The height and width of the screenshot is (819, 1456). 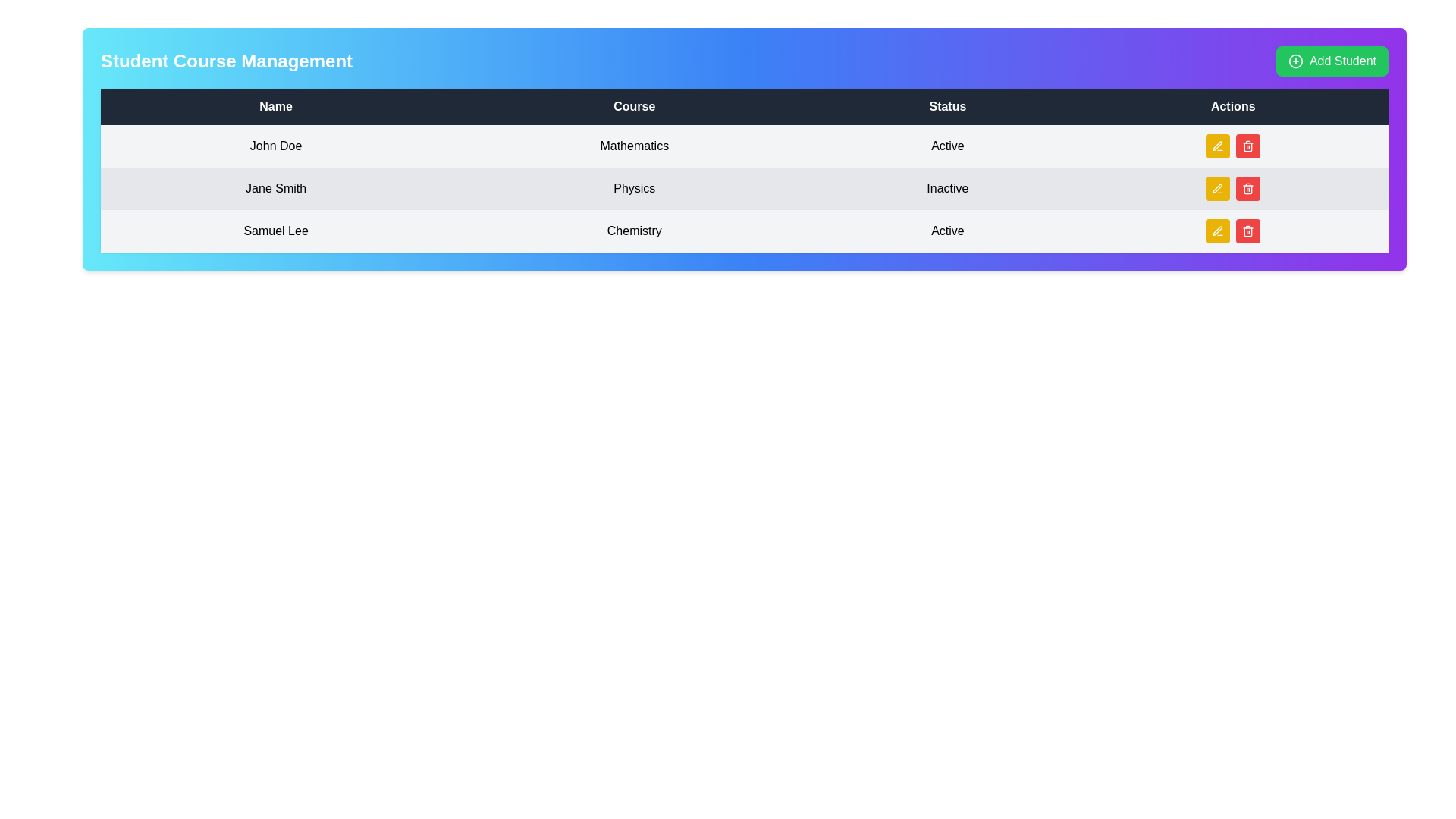 What do you see at coordinates (276, 106) in the screenshot?
I see `the text label 'Name', which is styled with white text on a dark background, located at the top-left of a tabulated interface as the first column header` at bounding box center [276, 106].